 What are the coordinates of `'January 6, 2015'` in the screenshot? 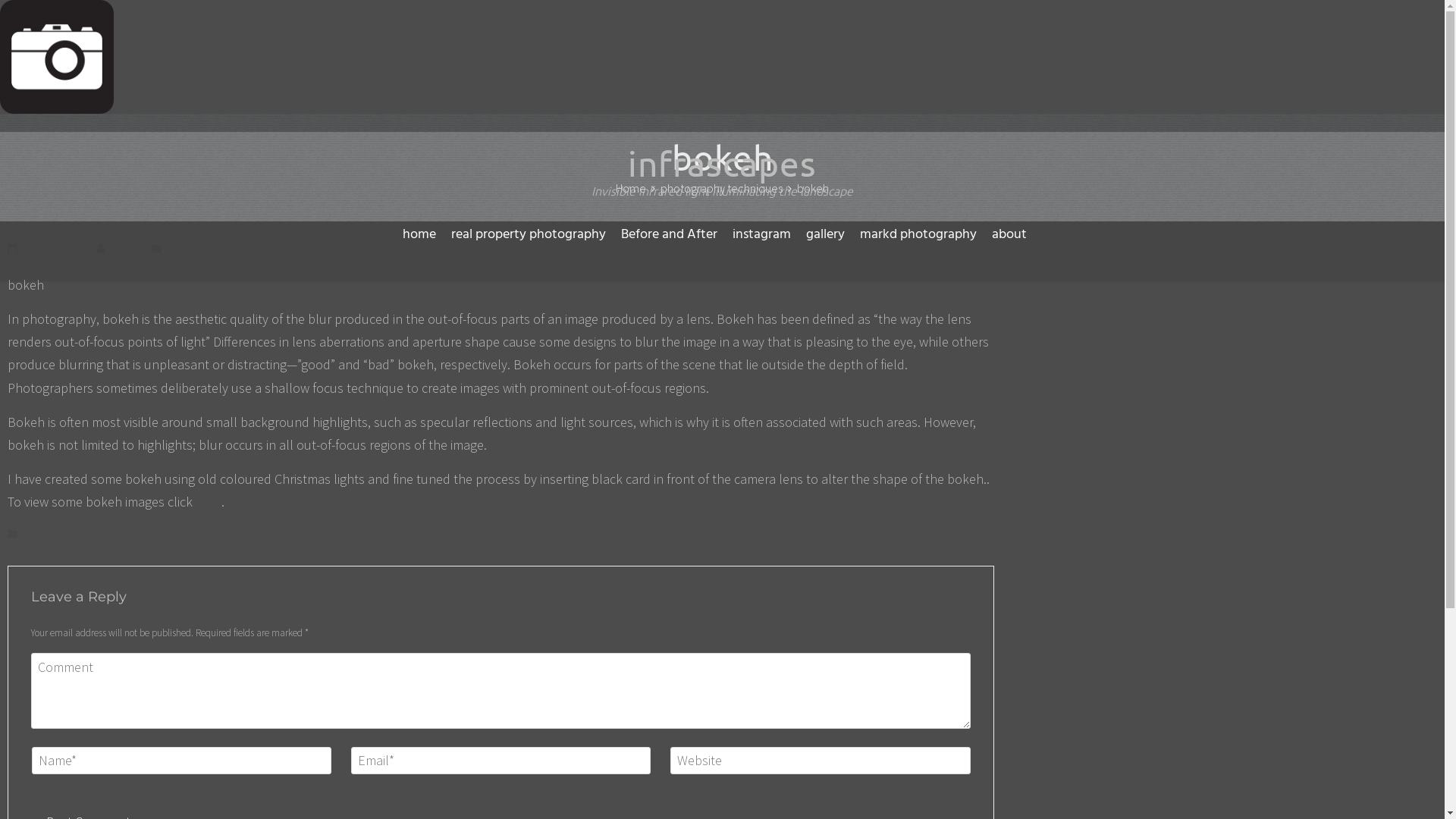 It's located at (55, 247).